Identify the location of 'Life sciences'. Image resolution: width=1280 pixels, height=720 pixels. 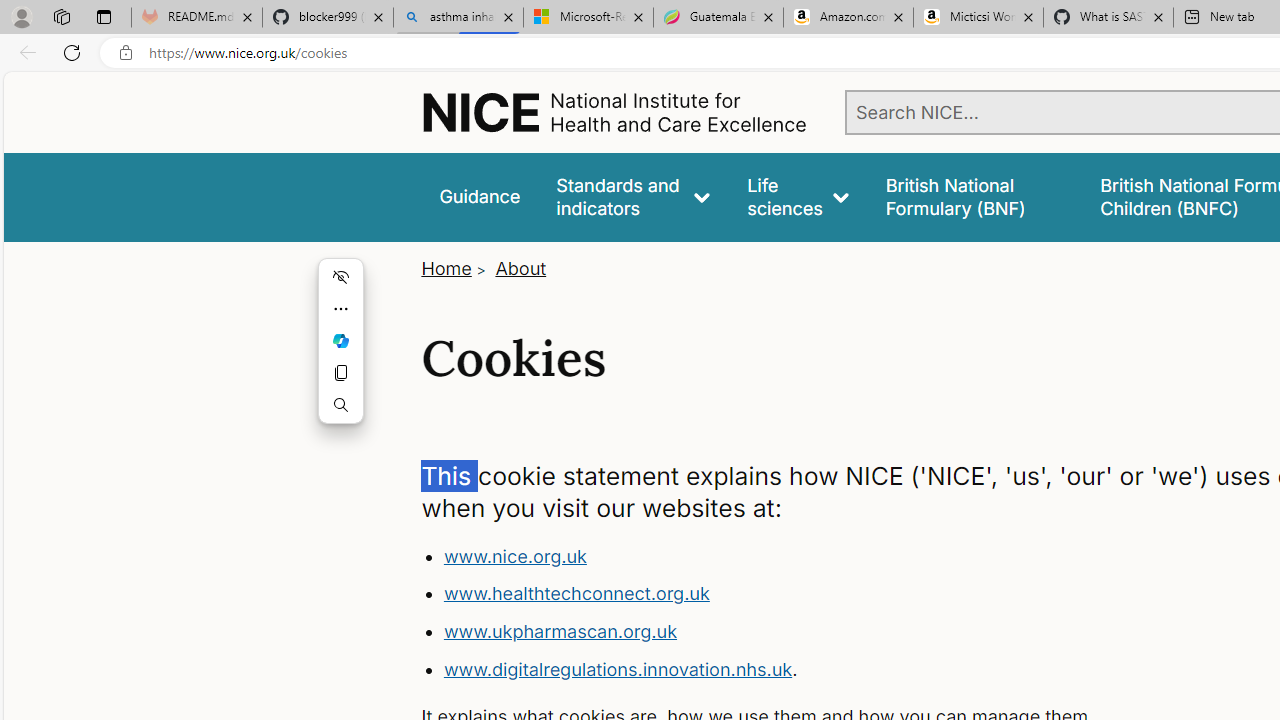
(797, 197).